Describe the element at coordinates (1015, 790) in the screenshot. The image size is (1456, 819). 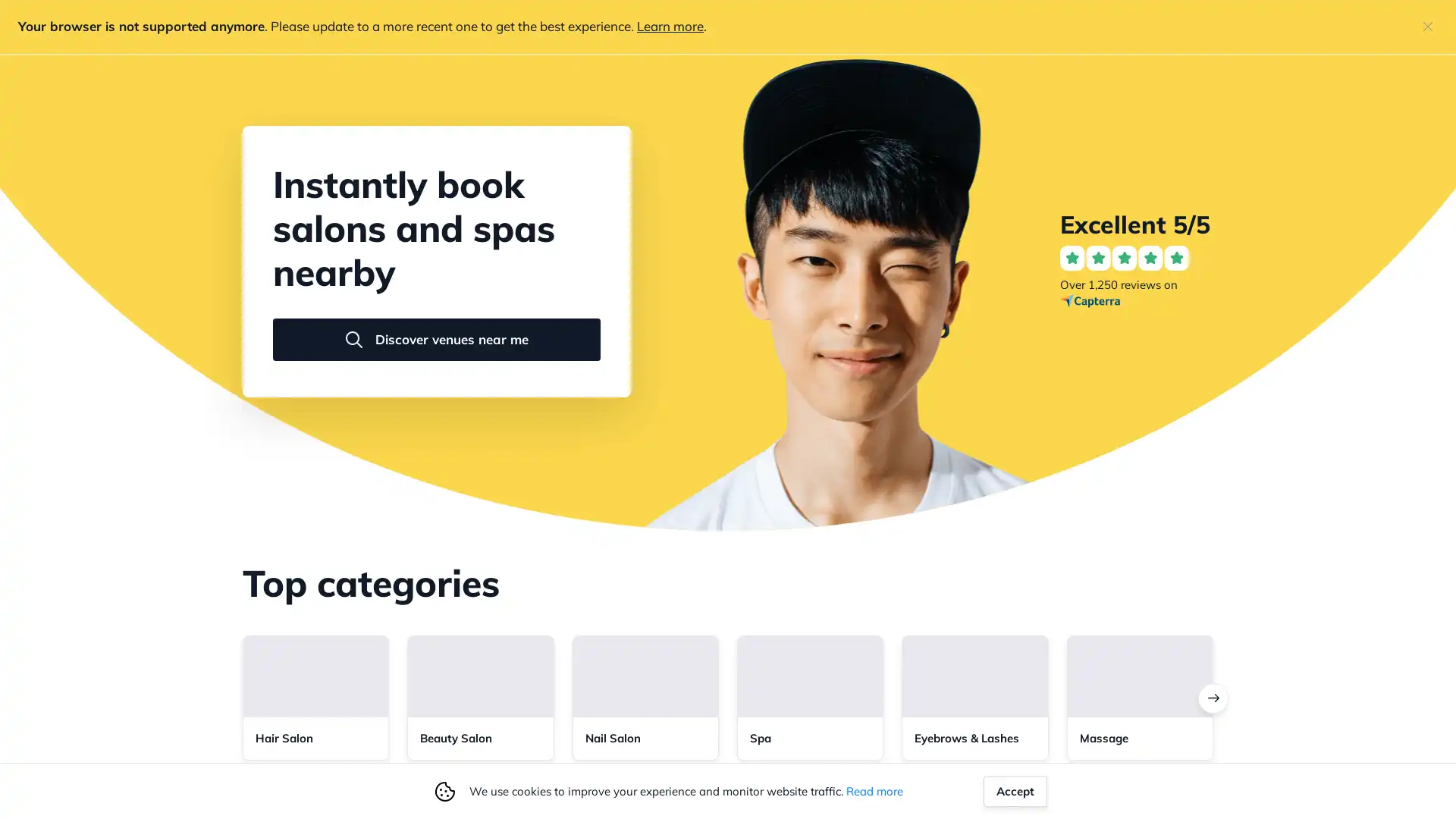
I see `Accept` at that location.